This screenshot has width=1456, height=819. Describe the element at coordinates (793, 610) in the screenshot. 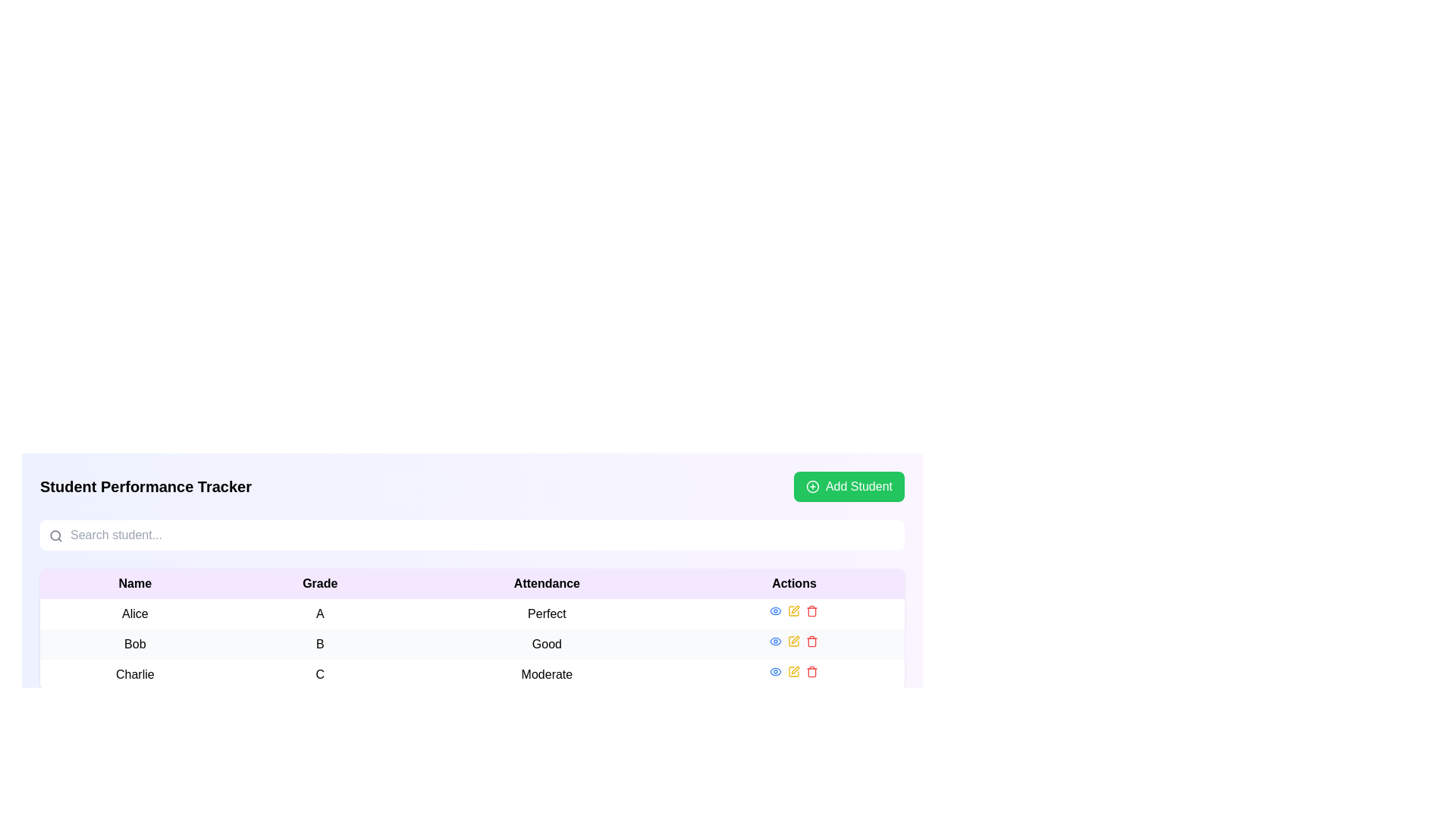

I see `the Row action controls element in the 'Actions' column for the entry 'Alice' with attendance status 'Perfect'` at that location.